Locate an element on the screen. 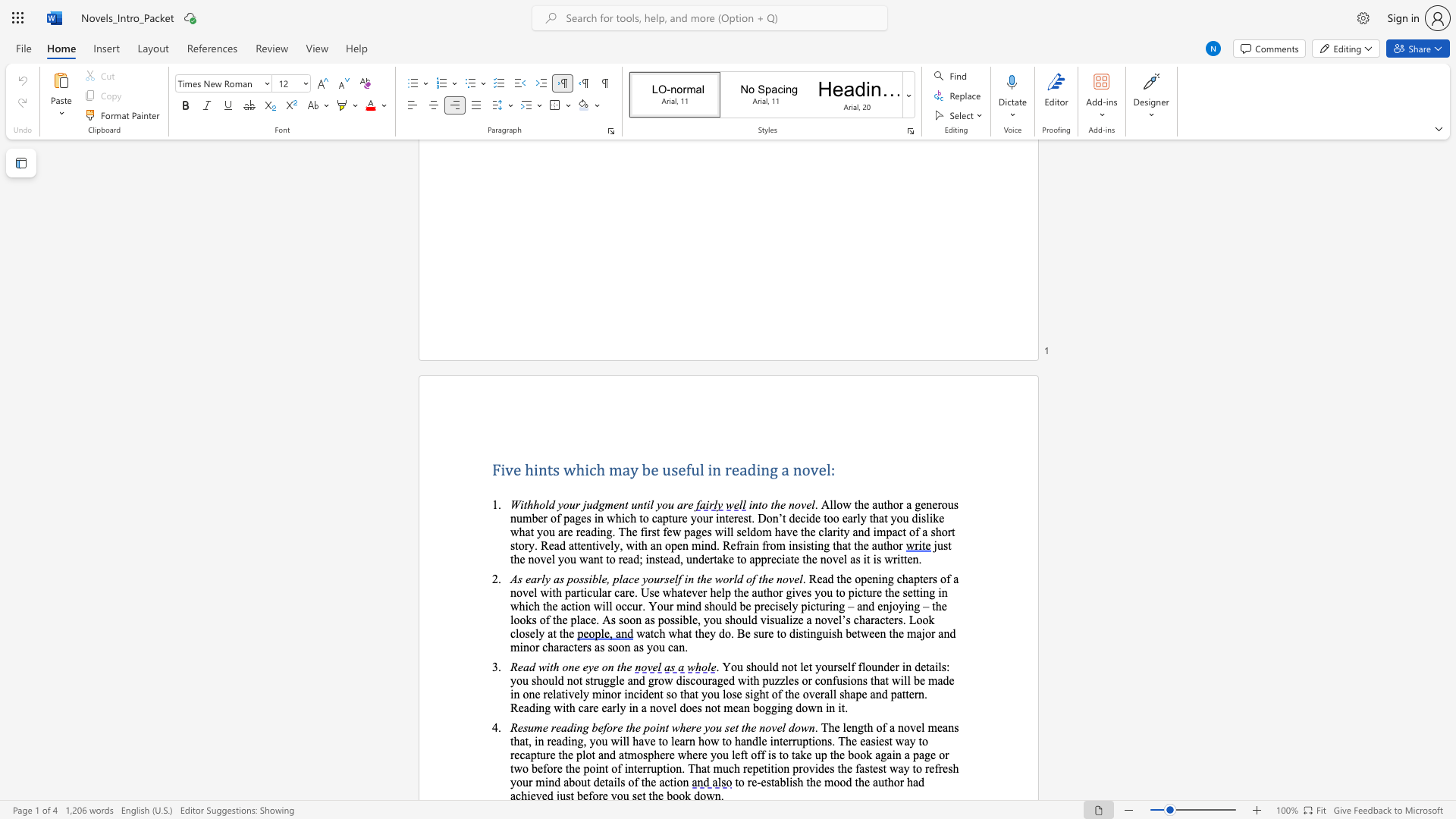 The height and width of the screenshot is (819, 1456). the subset text "hhold your judgment unt" within the text "Withhold your judgment until you are" is located at coordinates (527, 504).